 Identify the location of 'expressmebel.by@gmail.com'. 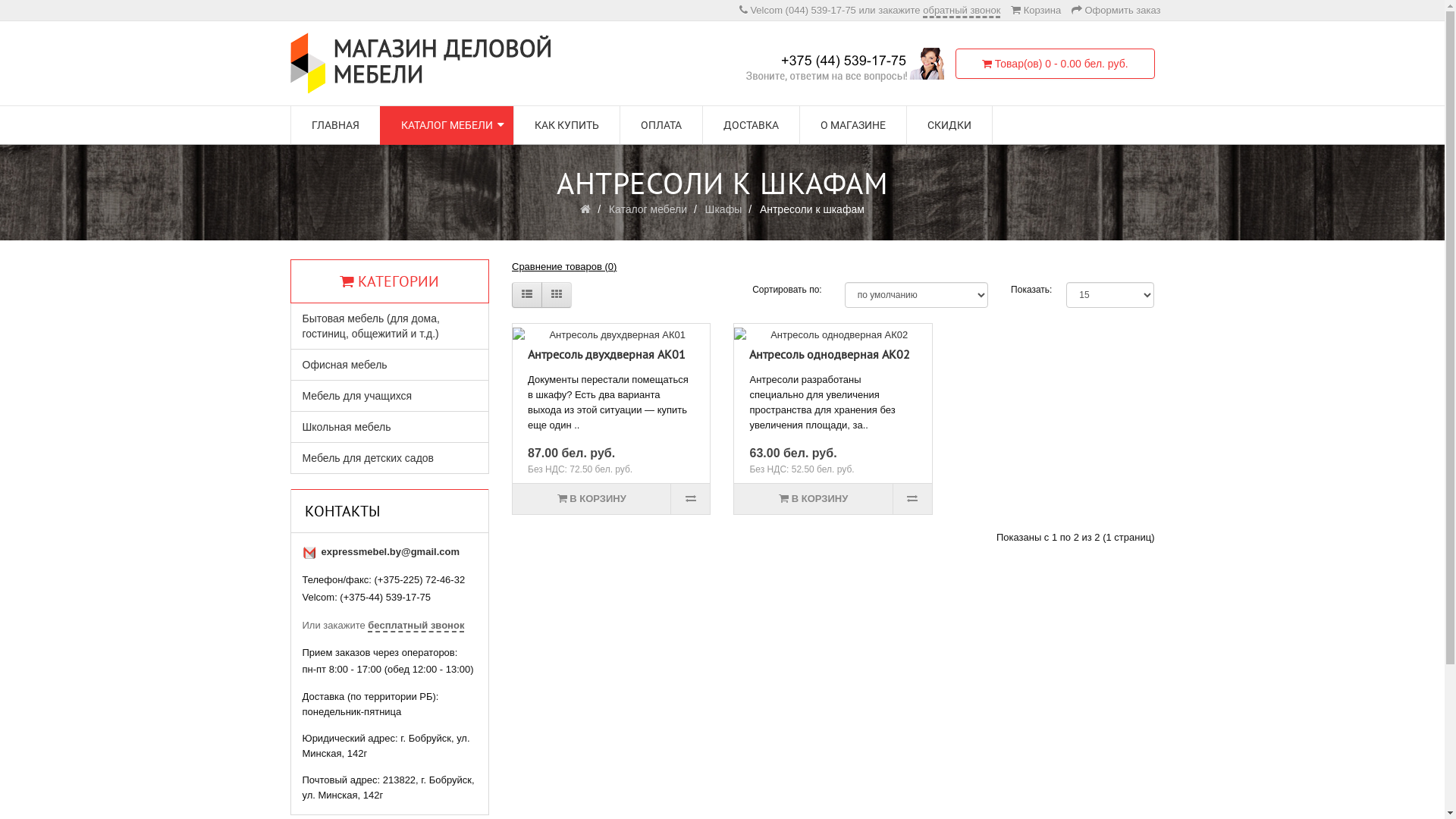
(390, 551).